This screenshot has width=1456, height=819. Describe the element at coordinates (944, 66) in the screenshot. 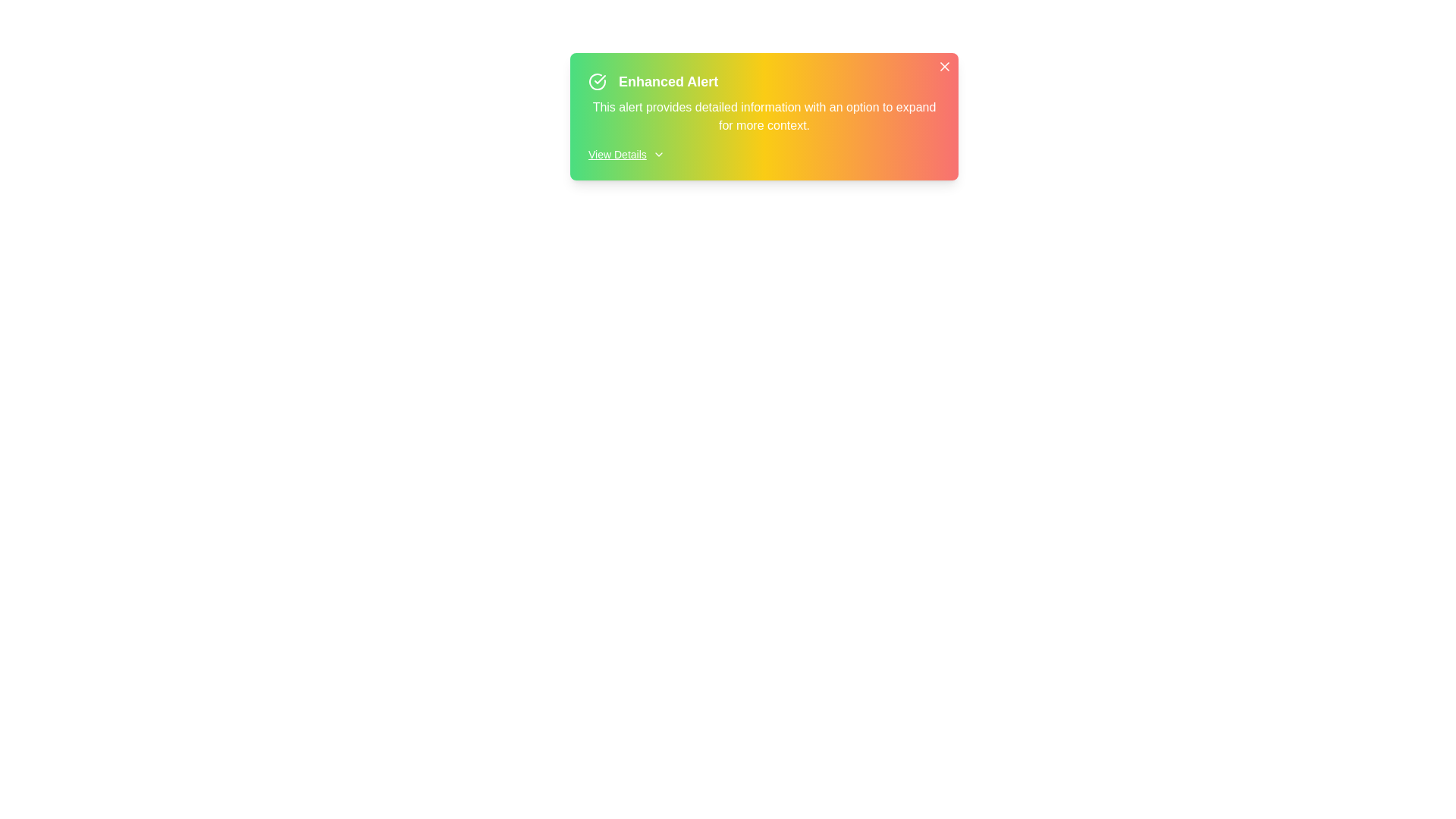

I see `the close button to hide the alert` at that location.